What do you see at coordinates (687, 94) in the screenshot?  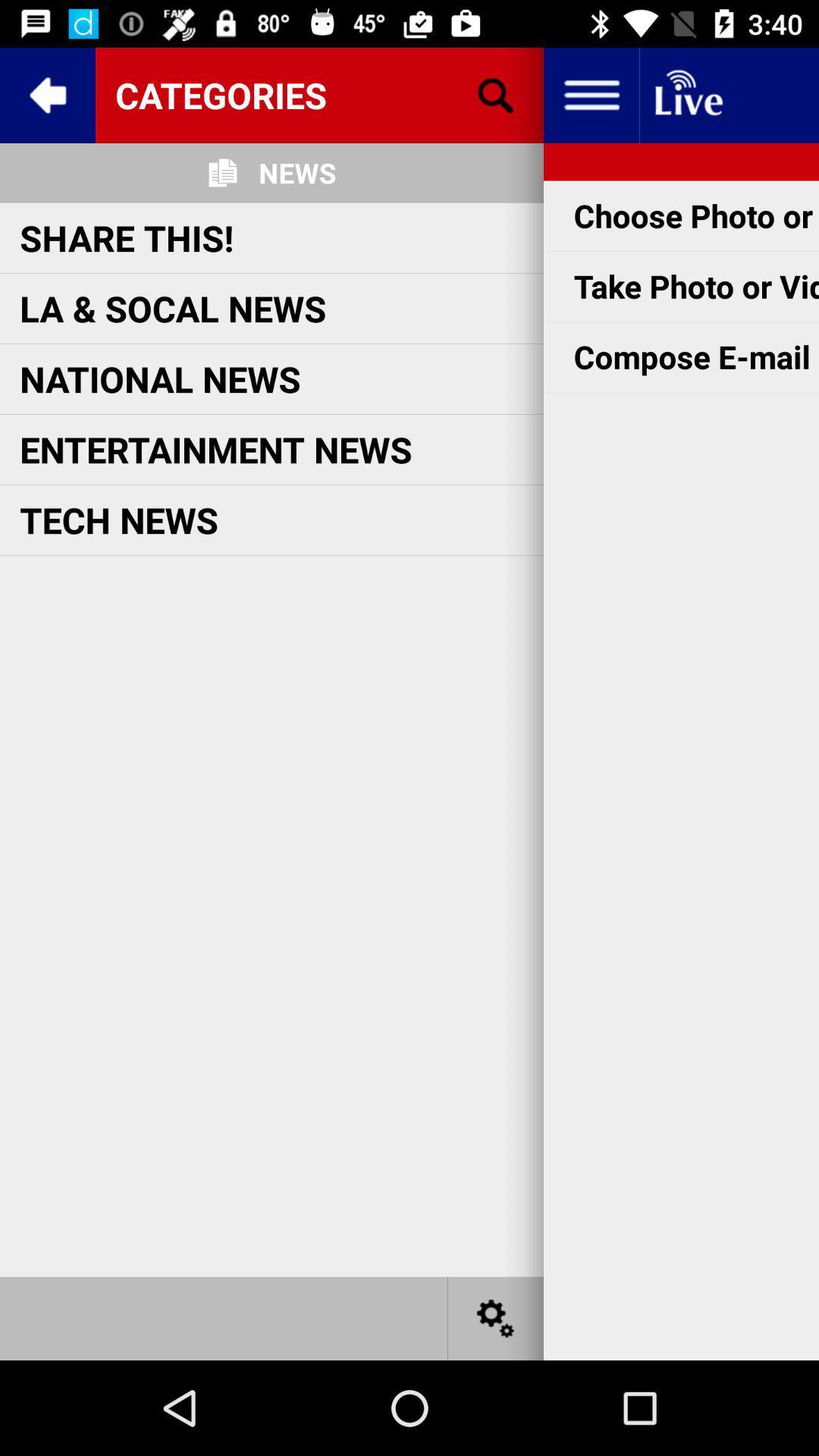 I see `watch live broadcast` at bounding box center [687, 94].